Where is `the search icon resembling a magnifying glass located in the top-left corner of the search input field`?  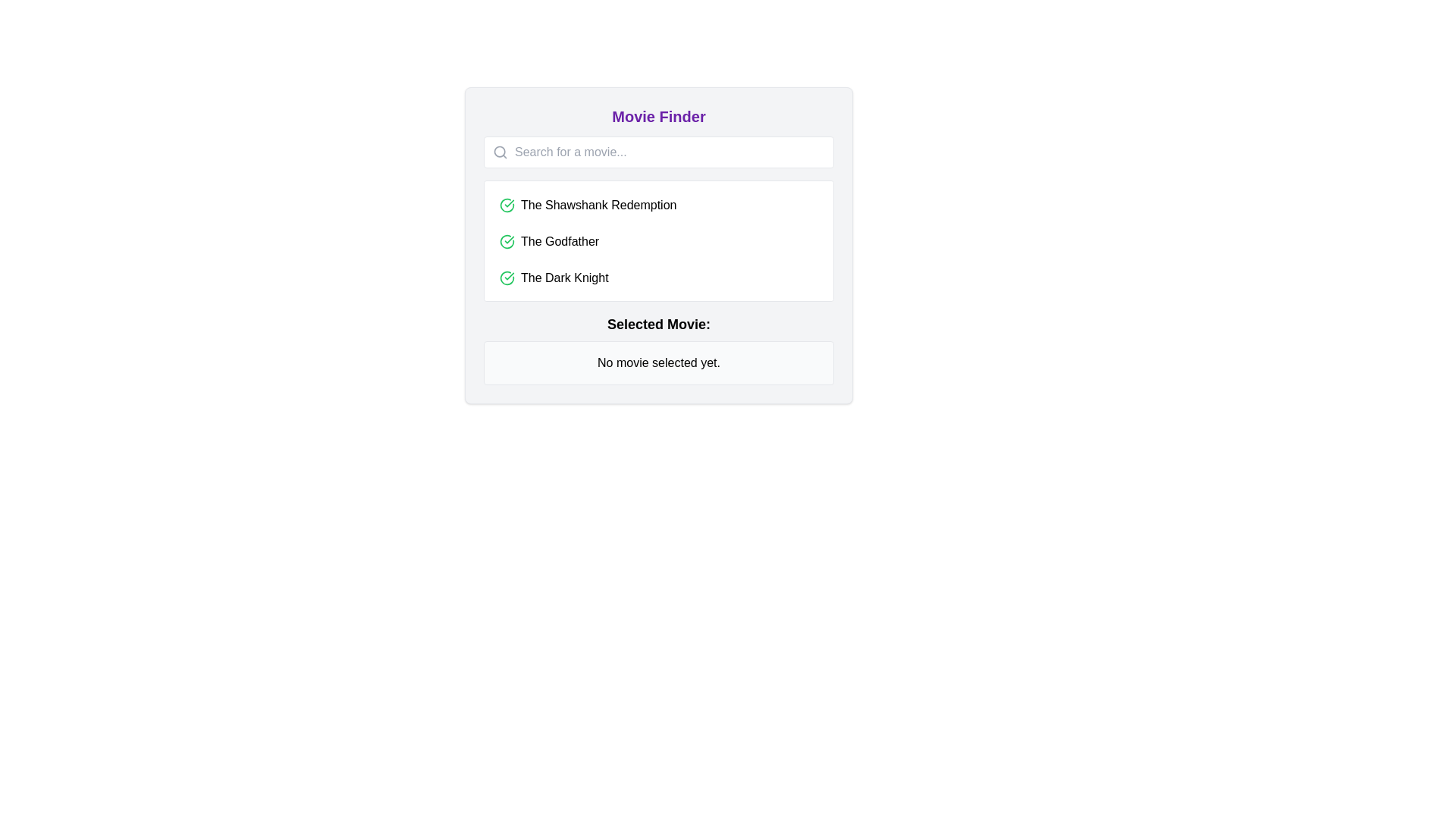 the search icon resembling a magnifying glass located in the top-left corner of the search input field is located at coordinates (500, 152).